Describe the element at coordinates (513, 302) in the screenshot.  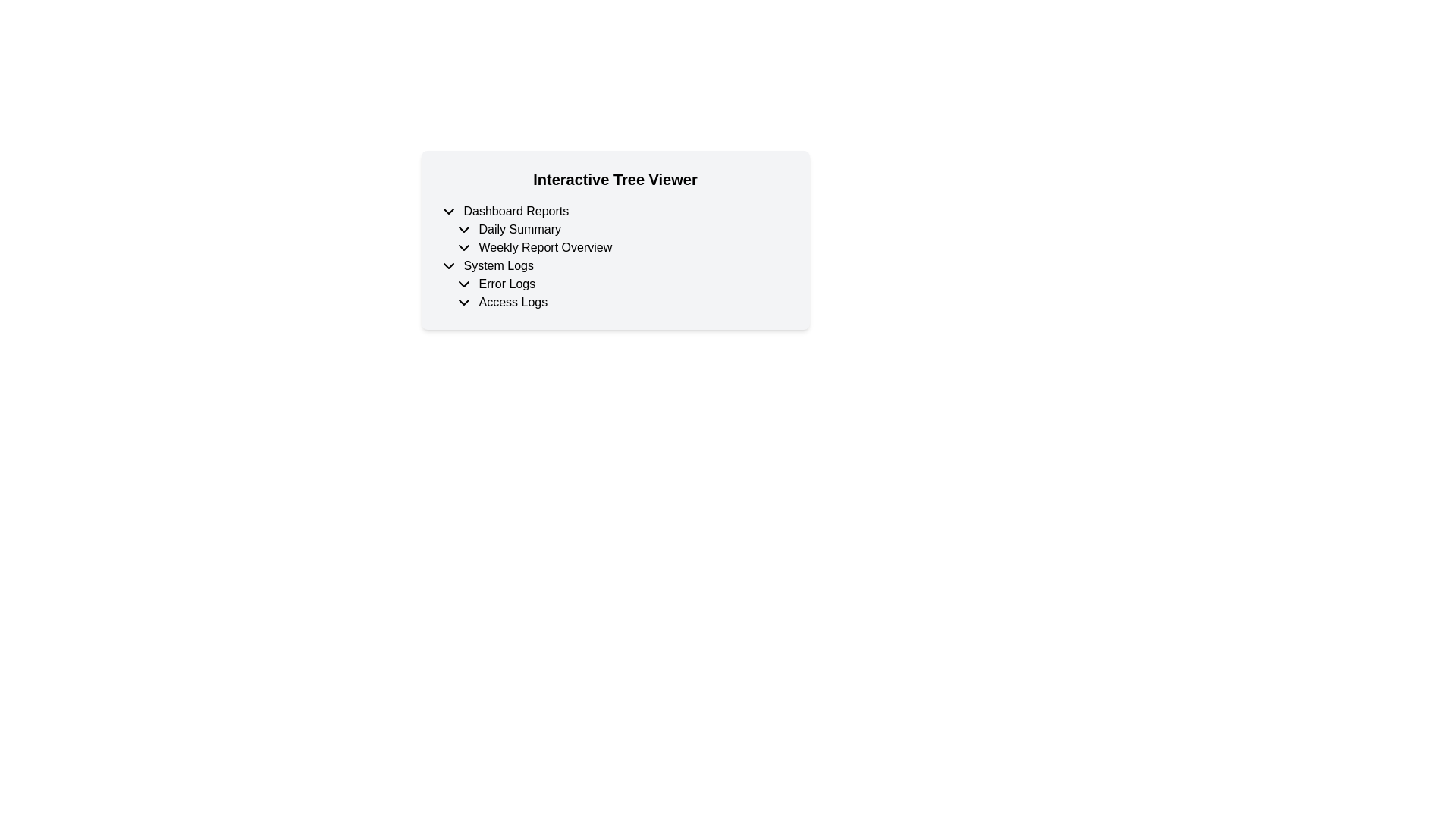
I see `the 'Access Logs' text label within the tree view menu` at that location.